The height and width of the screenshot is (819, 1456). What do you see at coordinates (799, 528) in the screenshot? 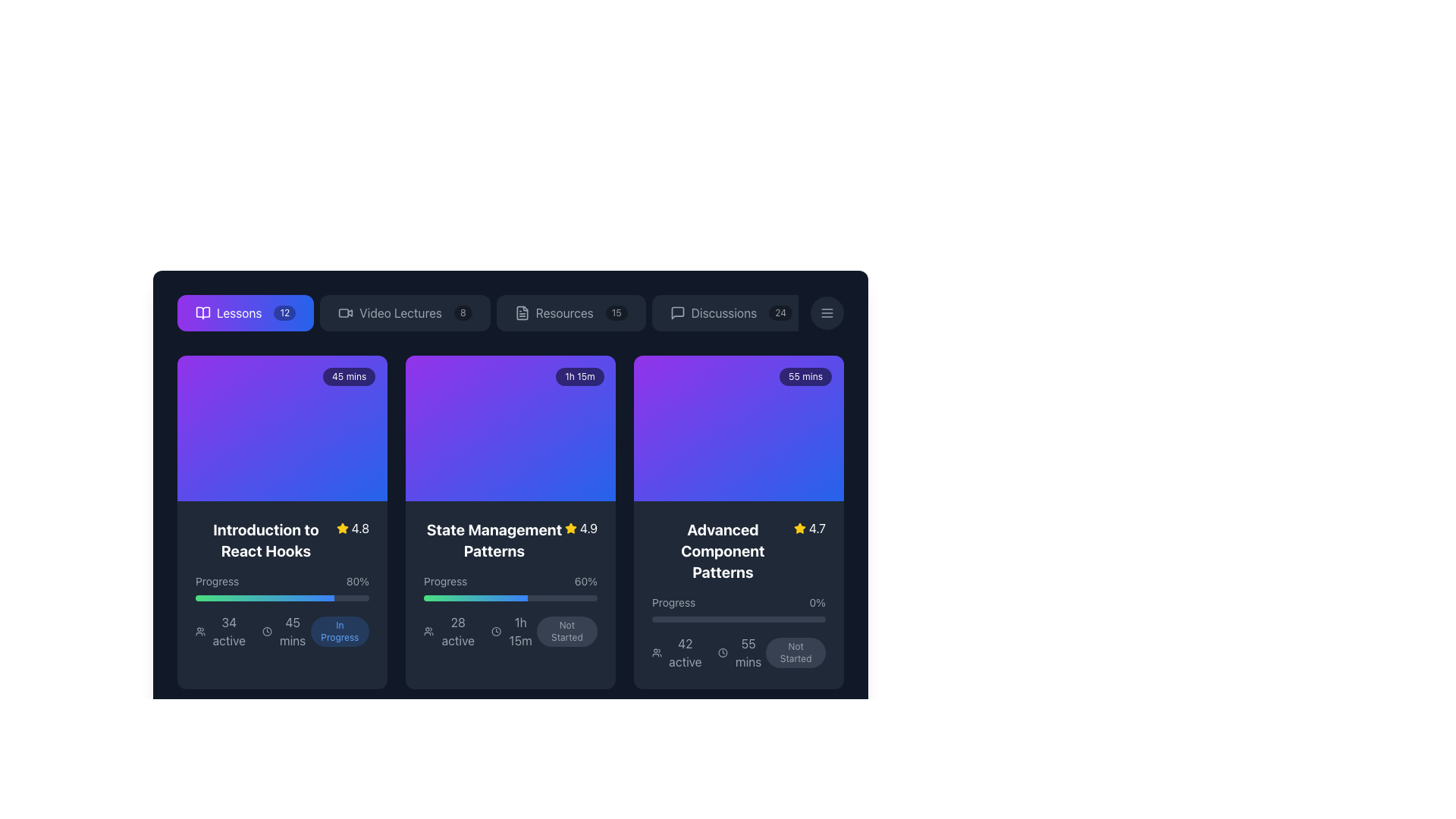
I see `the yellow star icon located to the left of the numeric text '4.7' in the bottom-right corner of the third card labeled 'Advanced Component Patterns' for more details` at bounding box center [799, 528].